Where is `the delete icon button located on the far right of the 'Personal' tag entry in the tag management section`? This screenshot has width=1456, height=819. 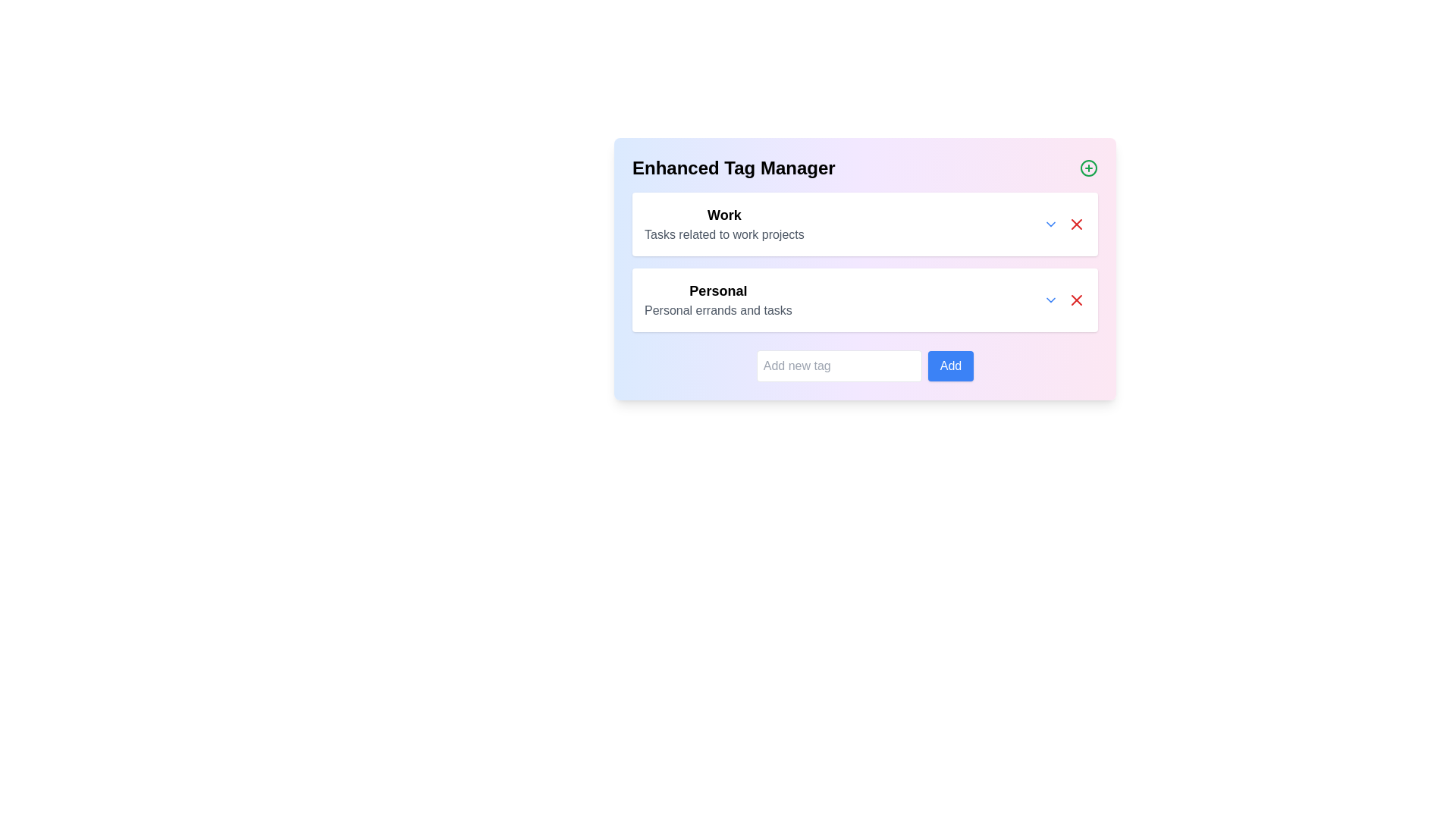 the delete icon button located on the far right of the 'Personal' tag entry in the tag management section is located at coordinates (1076, 300).